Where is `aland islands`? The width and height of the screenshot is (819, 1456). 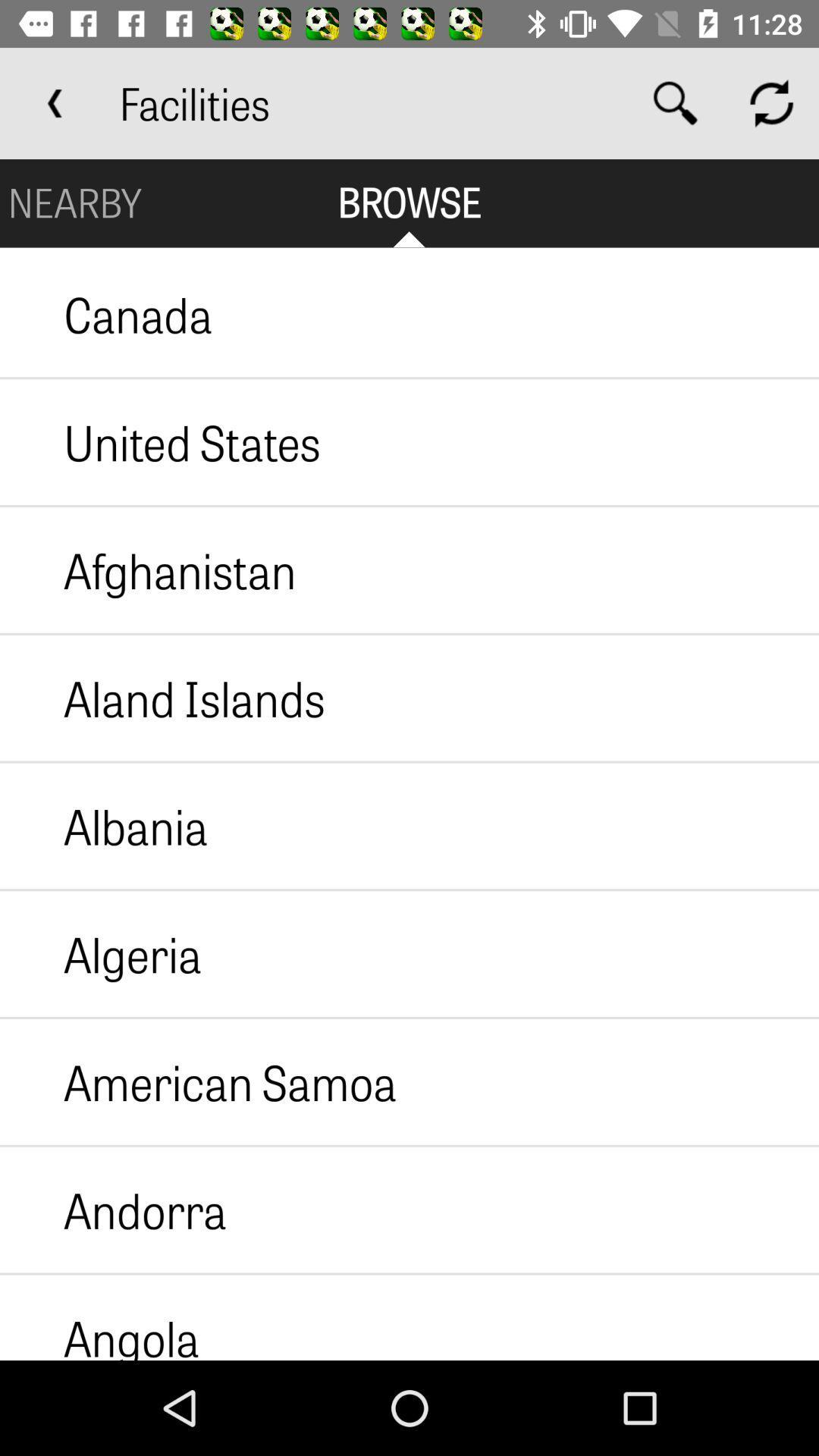 aland islands is located at coordinates (162, 697).